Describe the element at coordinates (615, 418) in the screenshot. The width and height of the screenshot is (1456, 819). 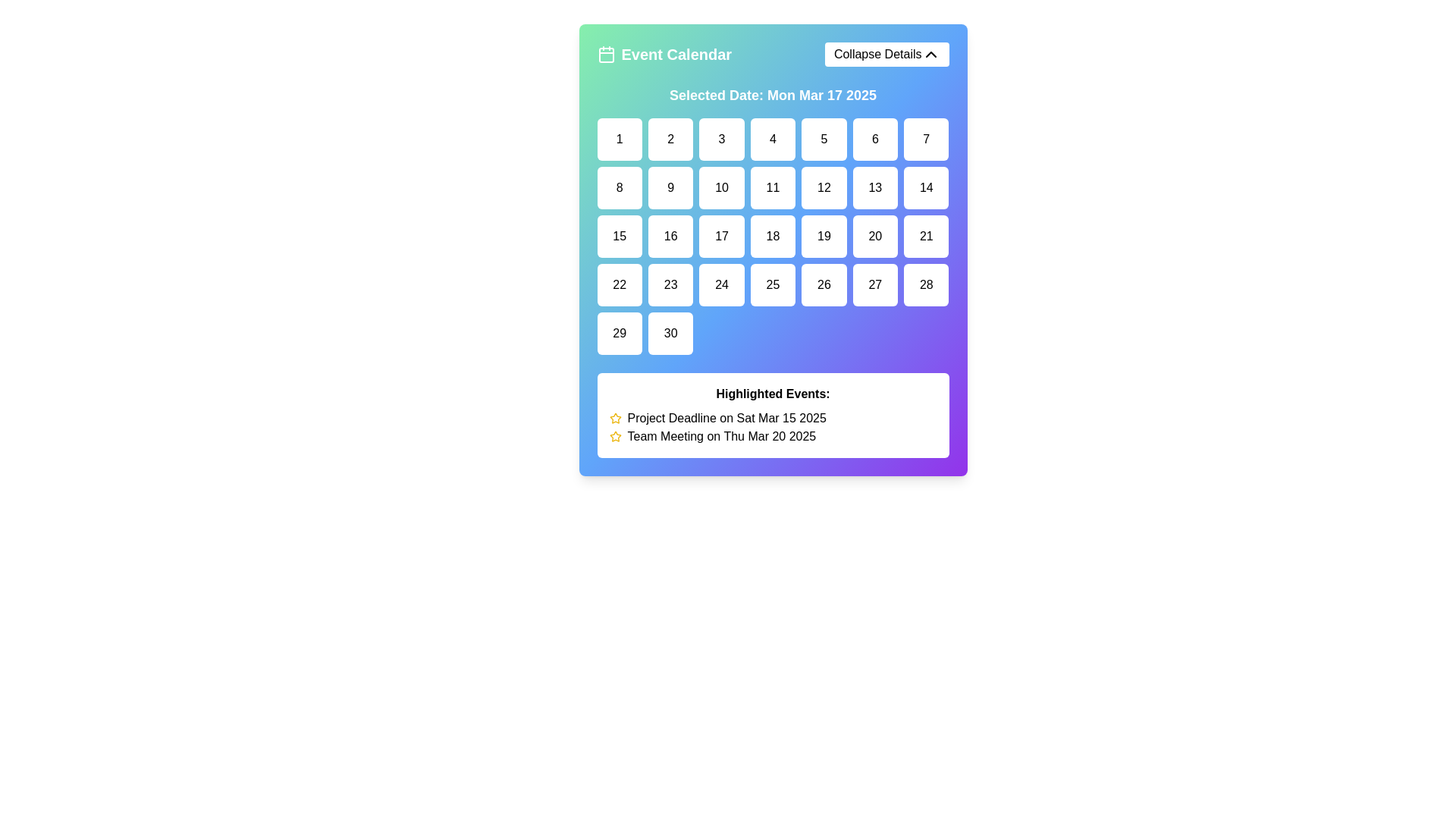
I see `the icon that visually identifies the event labeled 'Project Deadline on Sat Mar 15 2025' located in the highlighted events section` at that location.